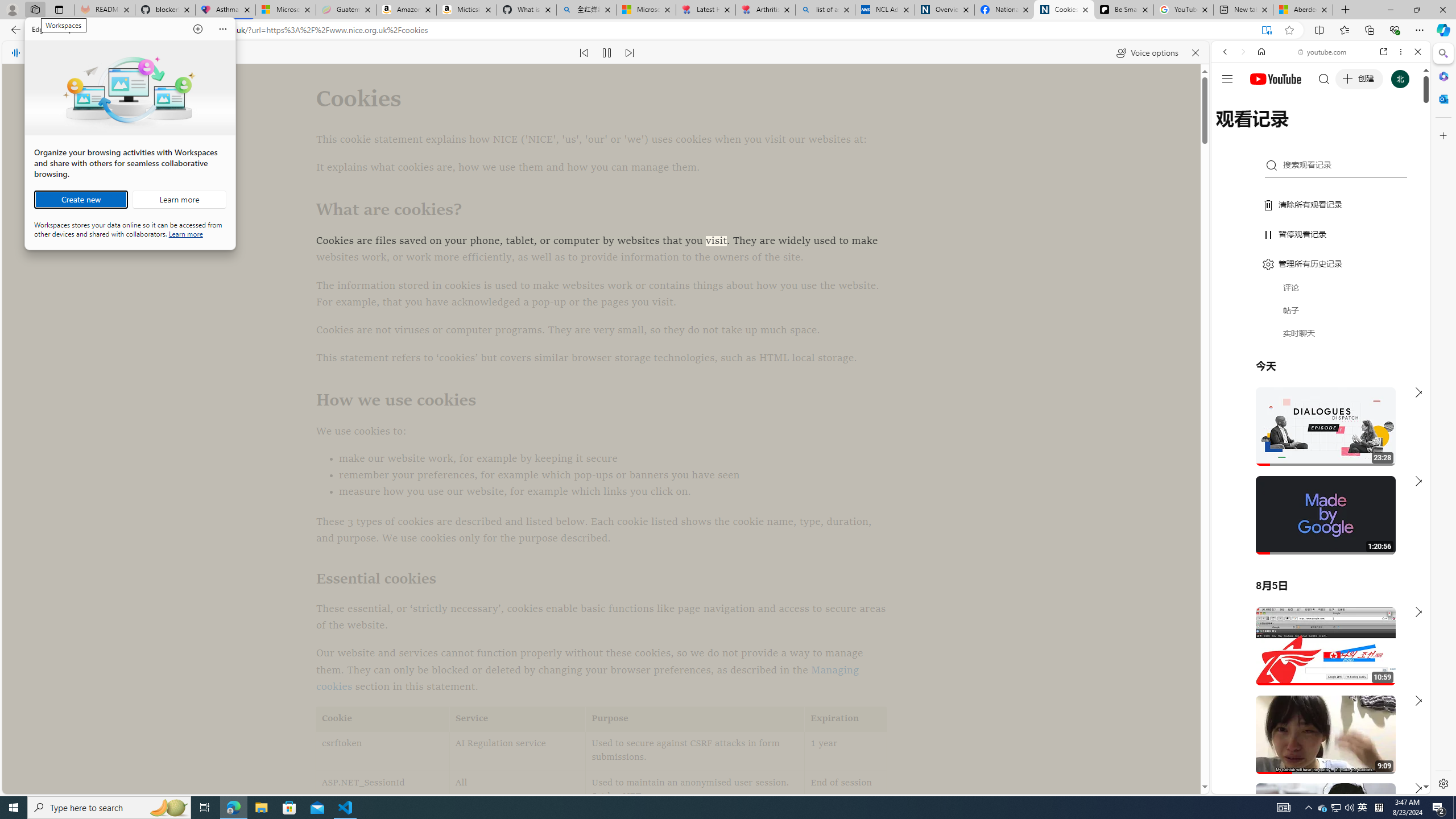 Image resolution: width=1456 pixels, height=819 pixels. Describe the element at coordinates (1322, 52) in the screenshot. I see `'youtube.com'` at that location.